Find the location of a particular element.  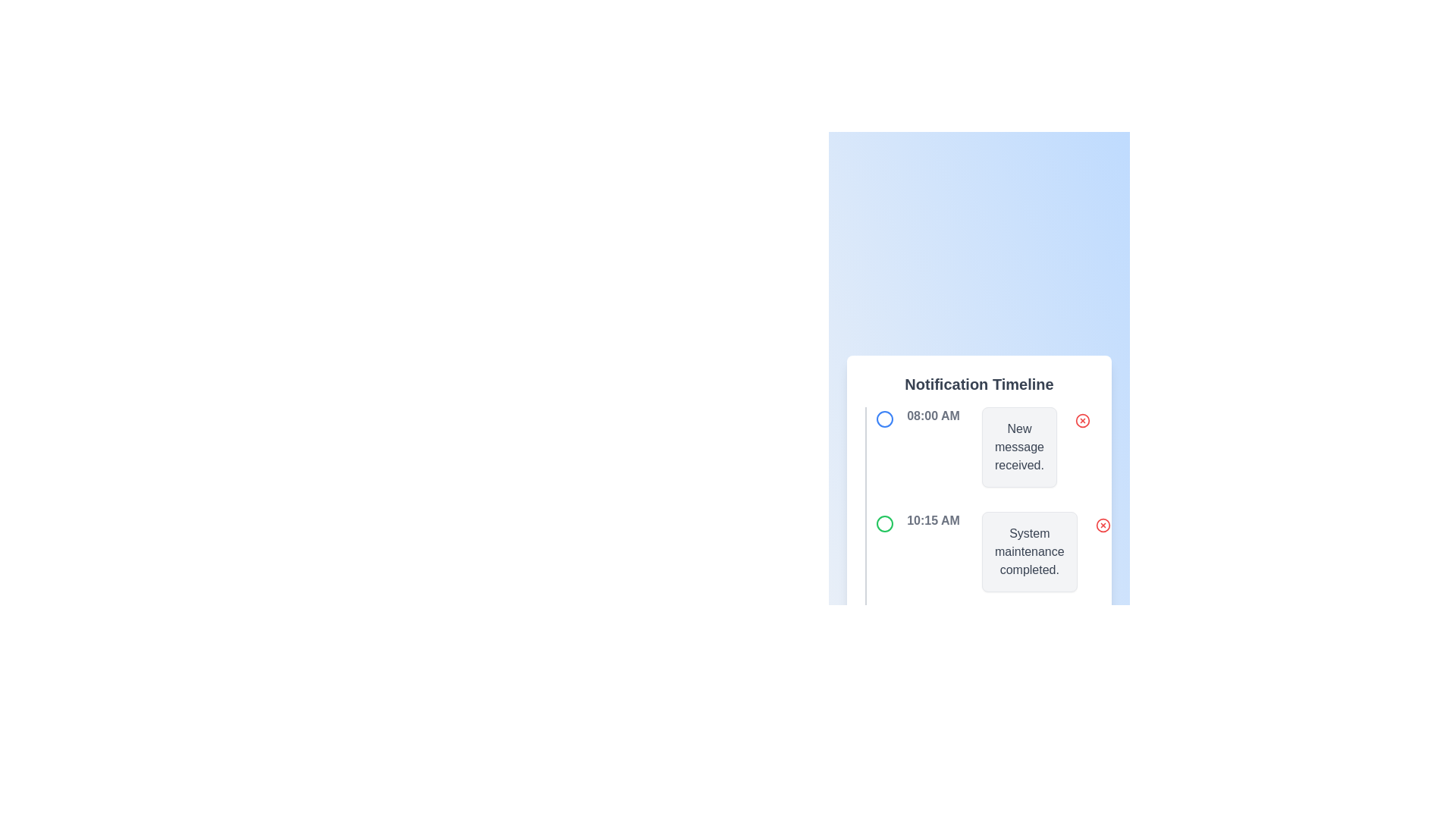

the Icon component located within the notification card, which indicates an action or state related to the 'New message received' text is located at coordinates (1081, 421).